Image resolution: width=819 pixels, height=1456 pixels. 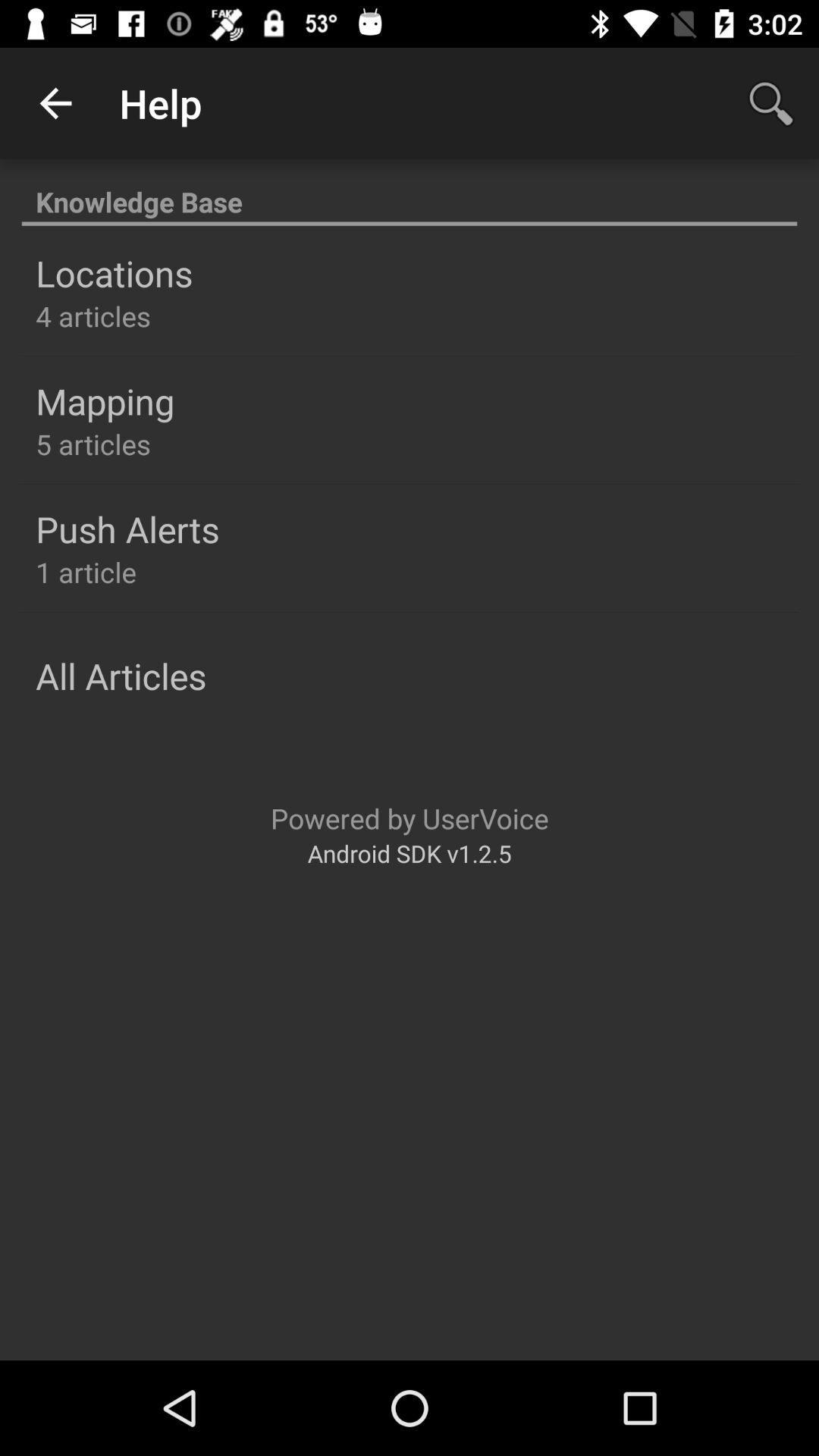 What do you see at coordinates (120, 675) in the screenshot?
I see `all articles` at bounding box center [120, 675].